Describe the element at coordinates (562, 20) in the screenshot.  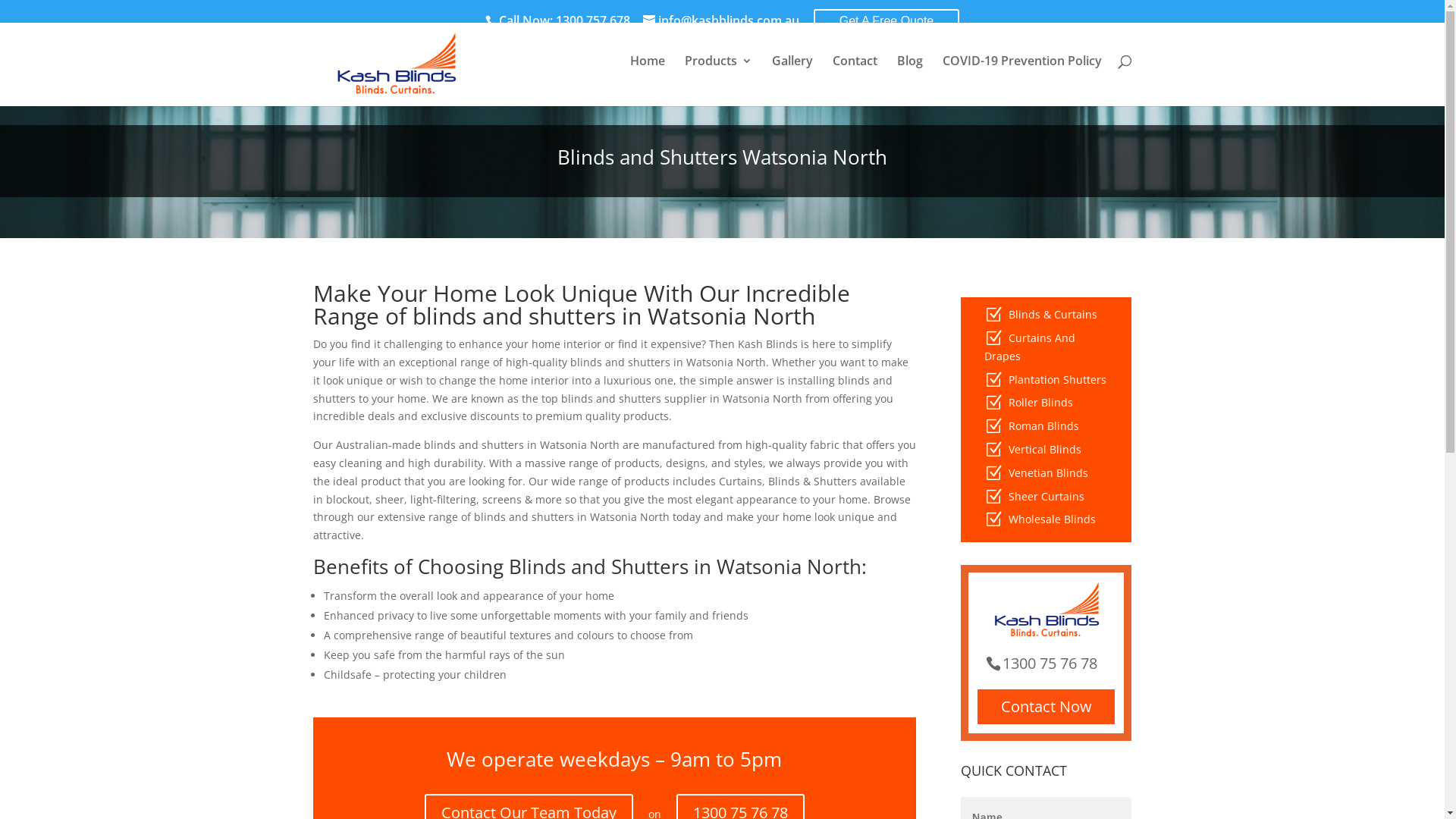
I see `'Call Now: 1300 757 678'` at that location.